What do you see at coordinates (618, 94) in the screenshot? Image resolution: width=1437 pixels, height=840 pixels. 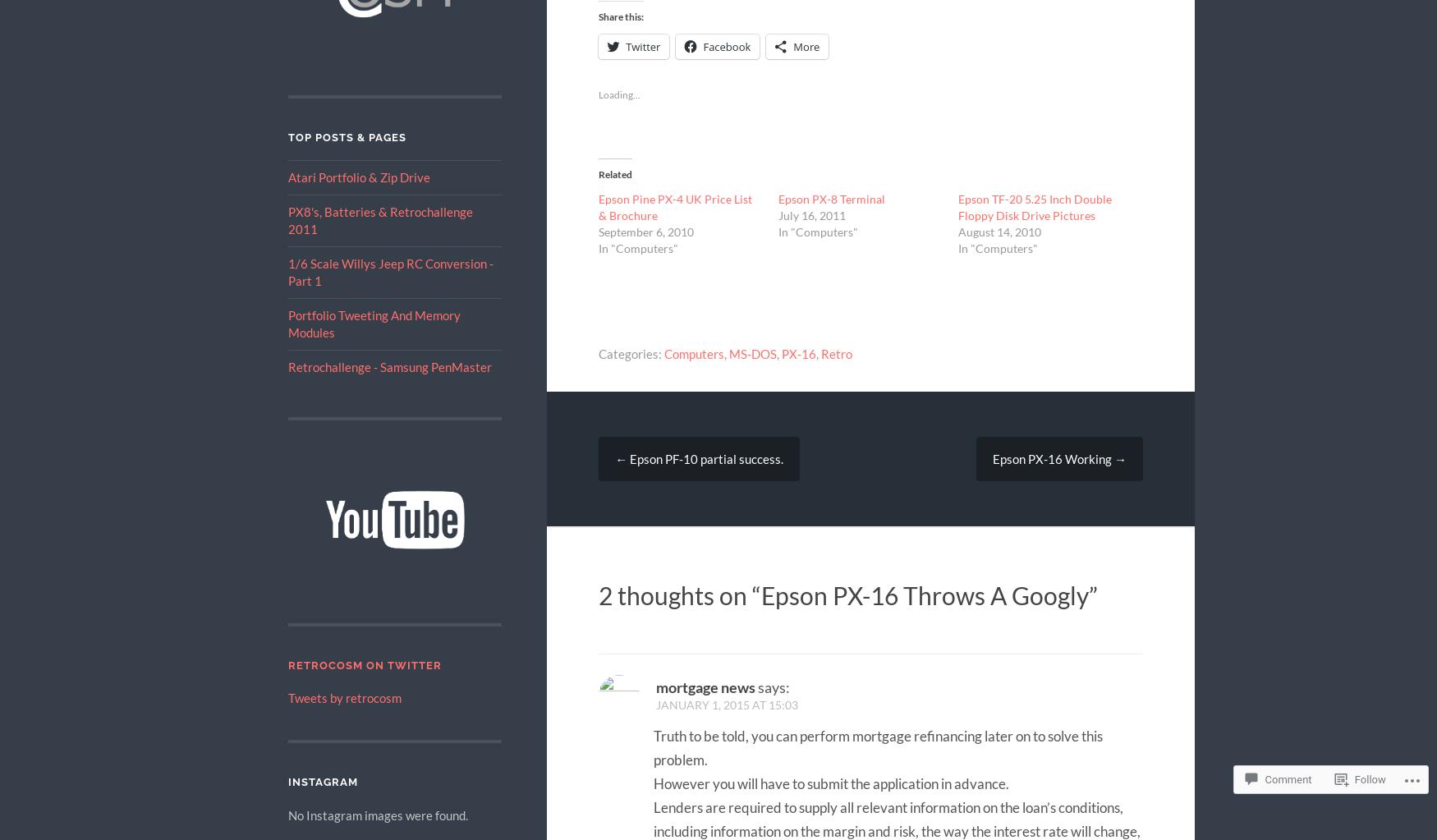 I see `'Loading...'` at bounding box center [618, 94].